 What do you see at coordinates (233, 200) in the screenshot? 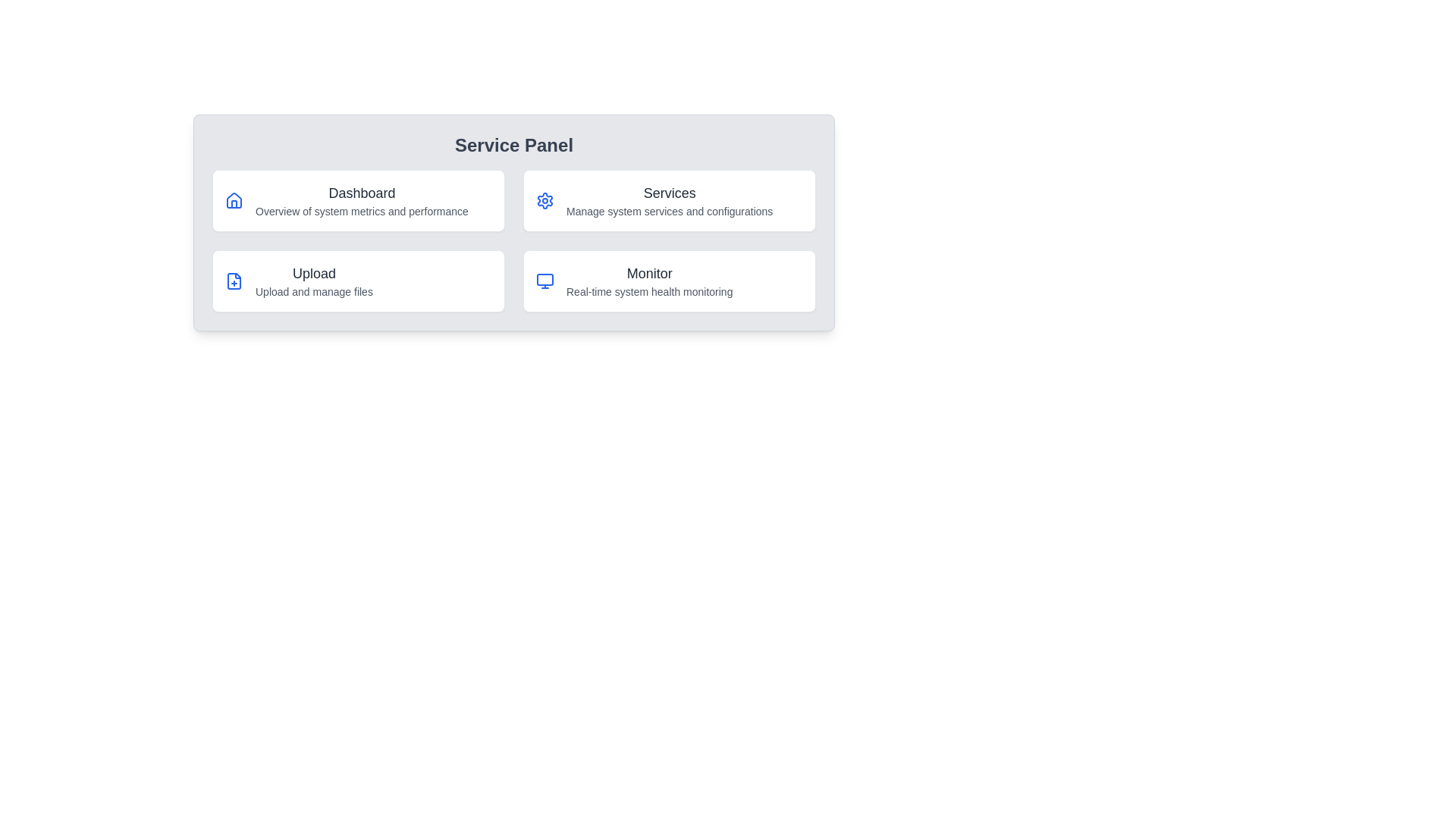
I see `the Dashboard Icon located within the 'Dashboard Overview of system metrics and performance' card as a visual cue` at bounding box center [233, 200].